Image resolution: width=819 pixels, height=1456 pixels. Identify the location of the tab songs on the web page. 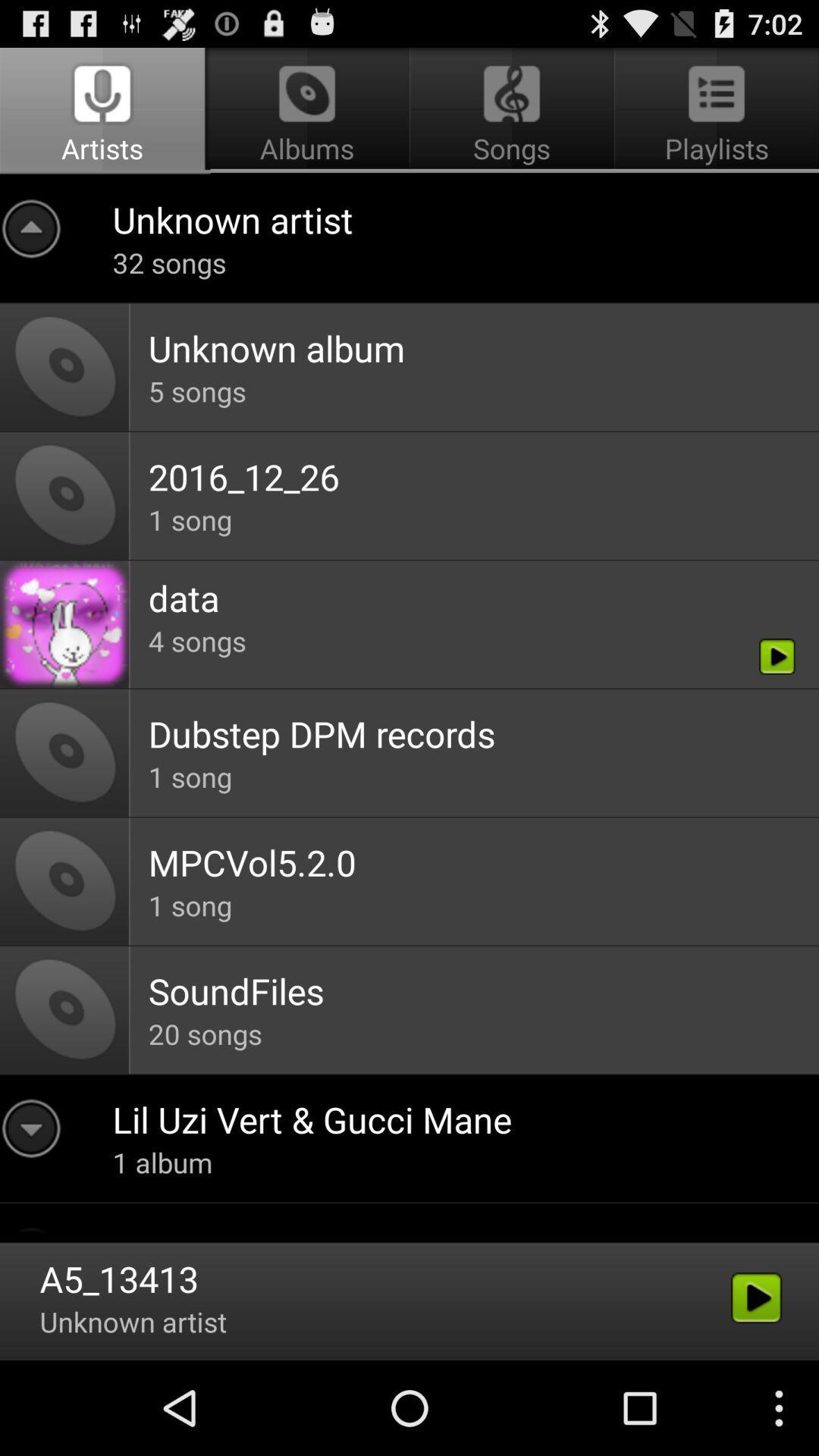
(512, 111).